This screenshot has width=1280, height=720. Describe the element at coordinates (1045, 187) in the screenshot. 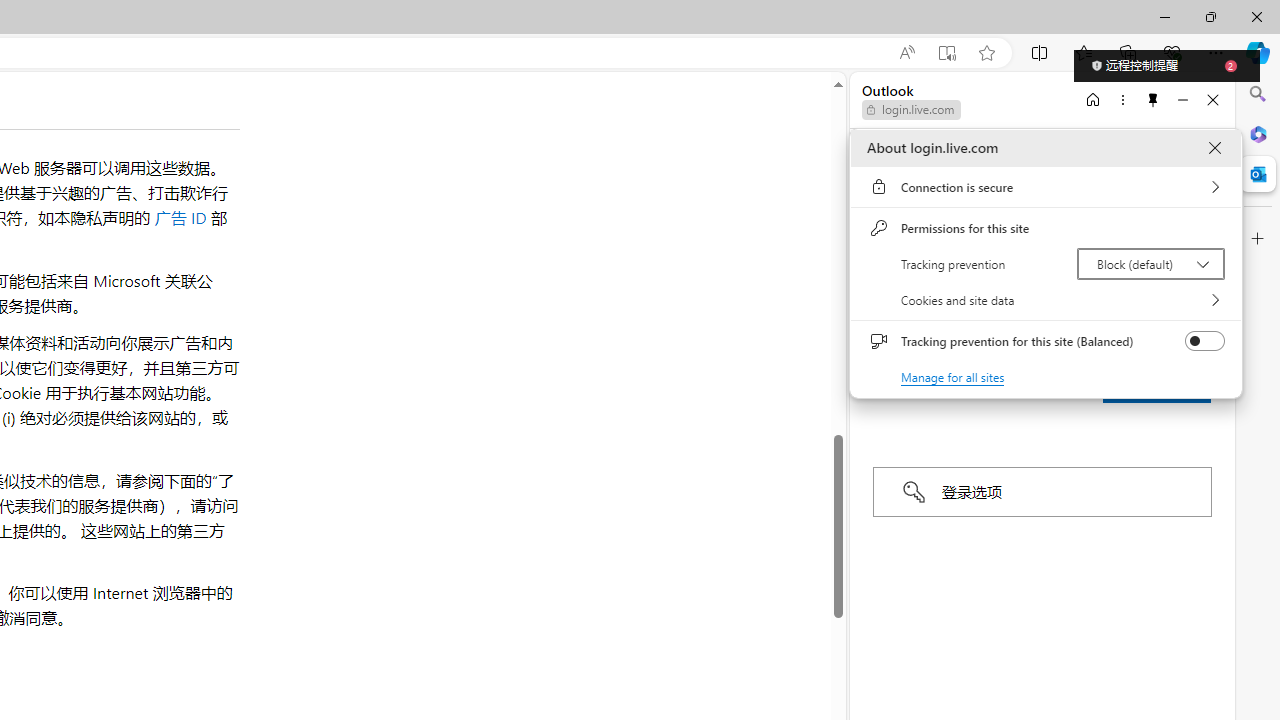

I see `'Connection is secure'` at that location.